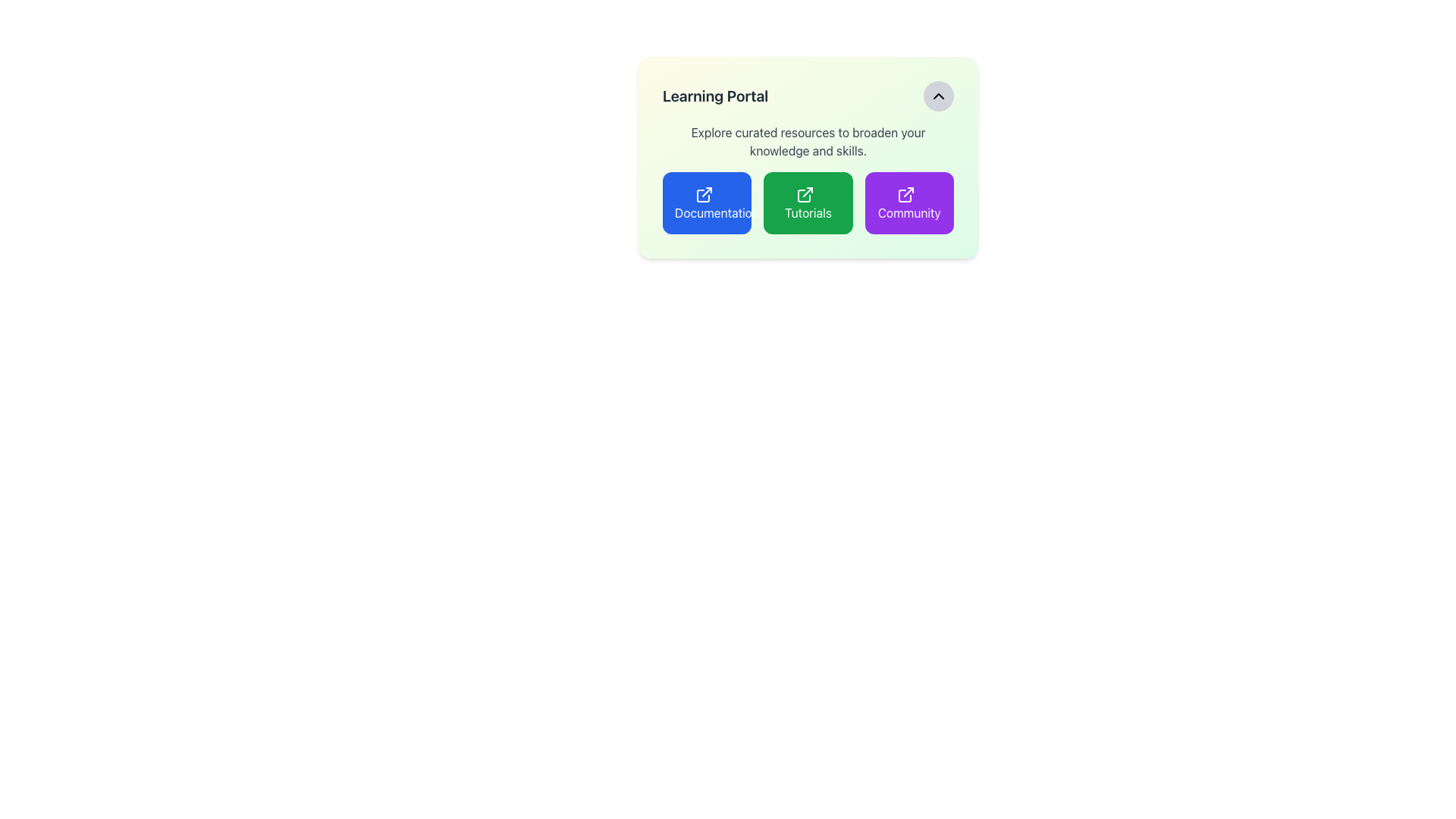 The height and width of the screenshot is (819, 1456). I want to click on the downward chevron SVG icon located within the gray circular button at the top right corner of the 'Learning Portal' card, so click(938, 96).